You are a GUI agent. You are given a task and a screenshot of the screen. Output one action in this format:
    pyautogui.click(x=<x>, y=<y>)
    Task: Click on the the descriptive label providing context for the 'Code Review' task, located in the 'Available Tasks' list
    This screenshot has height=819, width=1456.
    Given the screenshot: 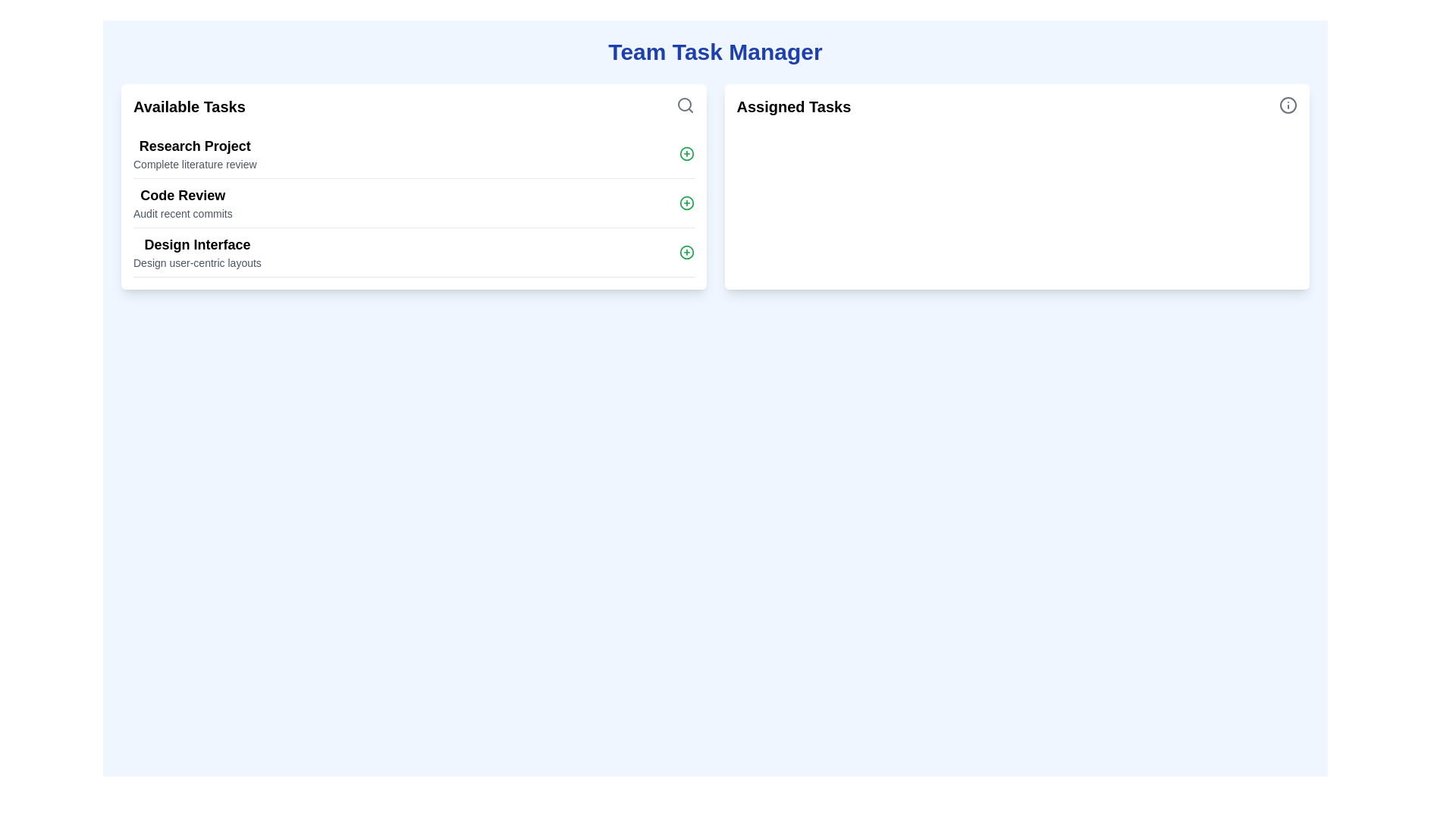 What is the action you would take?
    pyautogui.click(x=182, y=213)
    